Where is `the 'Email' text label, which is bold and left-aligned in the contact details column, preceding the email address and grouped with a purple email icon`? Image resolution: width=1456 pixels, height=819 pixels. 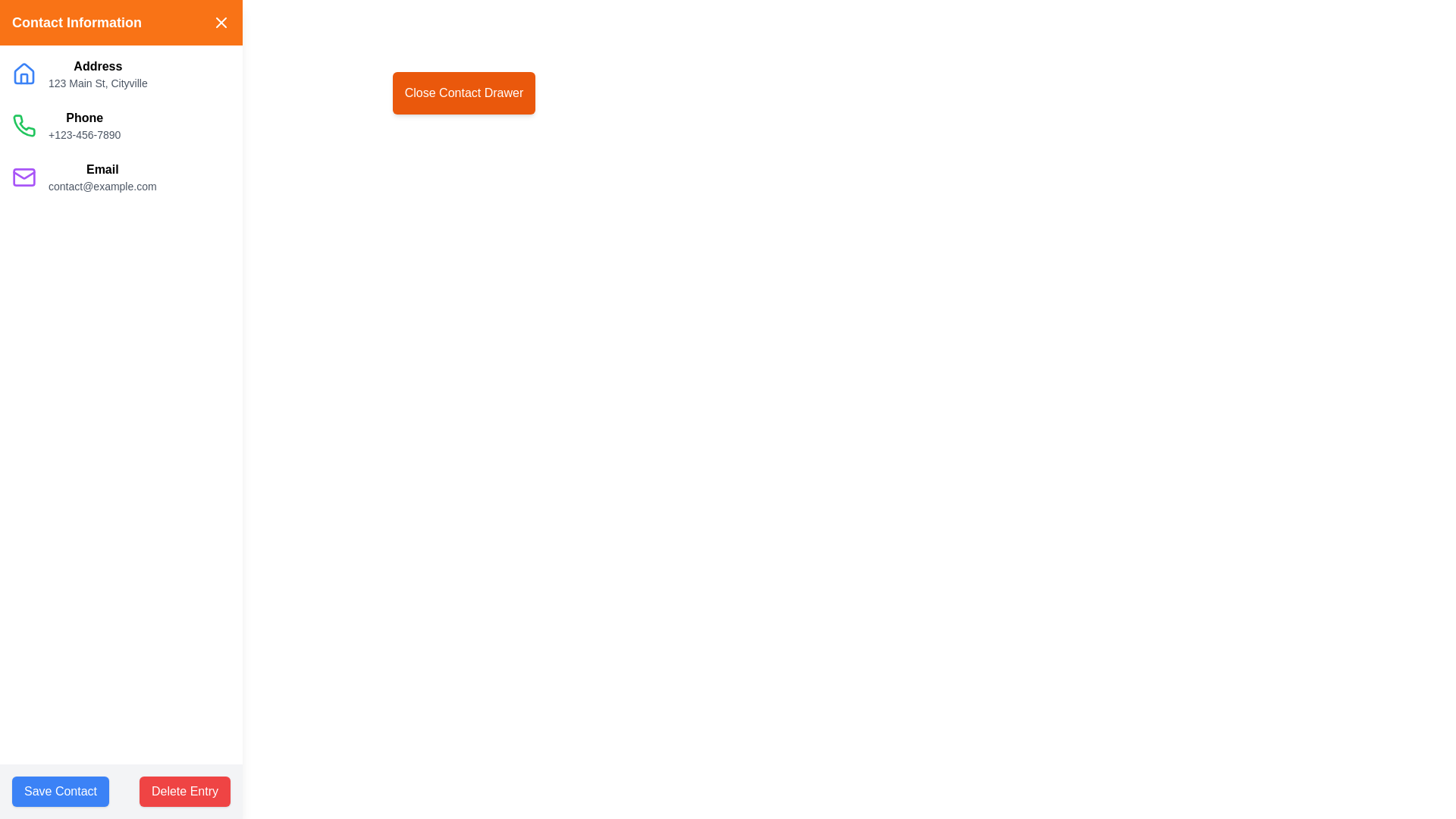
the 'Email' text label, which is bold and left-aligned in the contact details column, preceding the email address and grouped with a purple email icon is located at coordinates (102, 169).